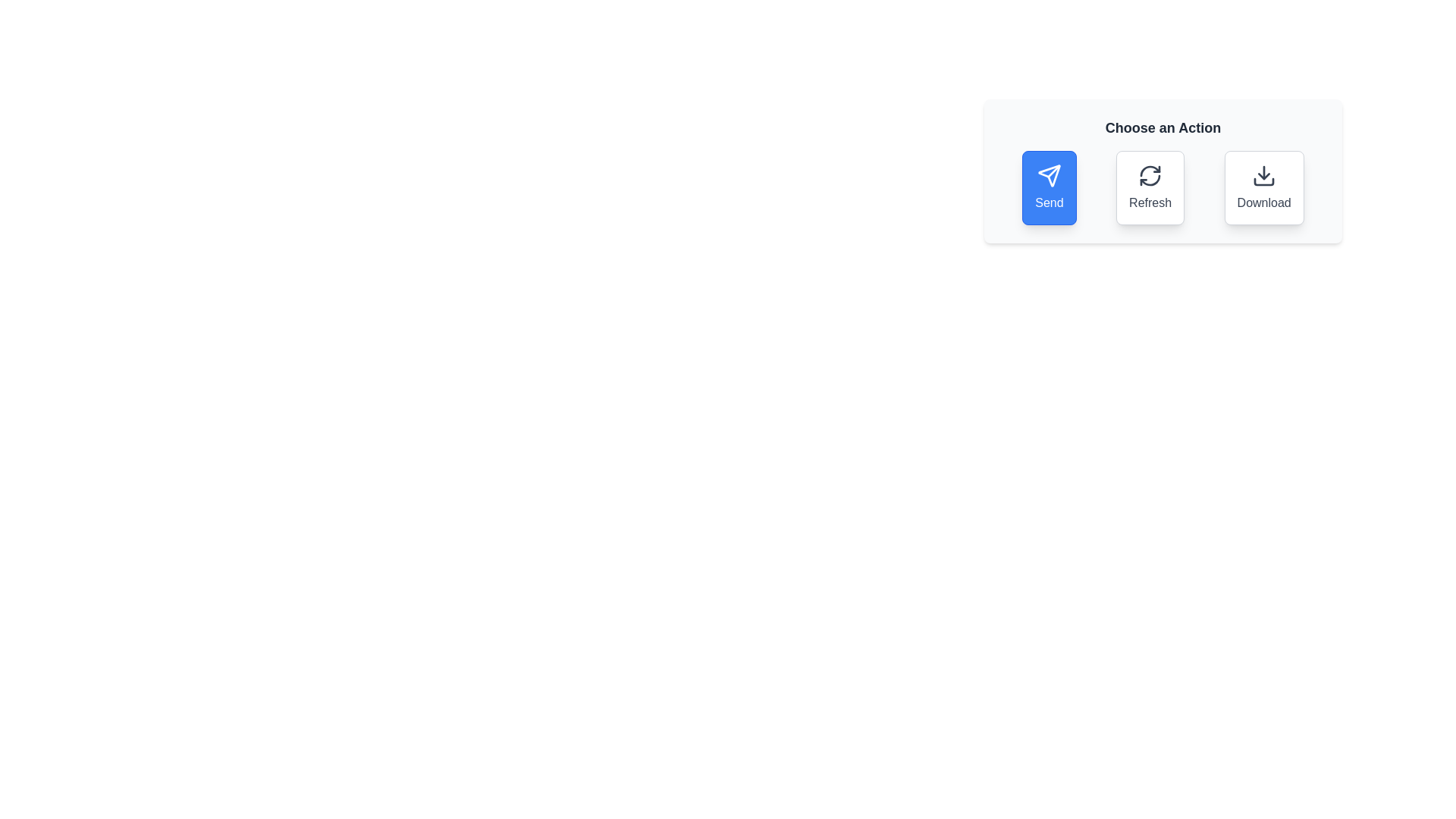 Image resolution: width=1456 pixels, height=819 pixels. What do you see at coordinates (1150, 174) in the screenshot?
I see `the icon of the Refresh action chip` at bounding box center [1150, 174].